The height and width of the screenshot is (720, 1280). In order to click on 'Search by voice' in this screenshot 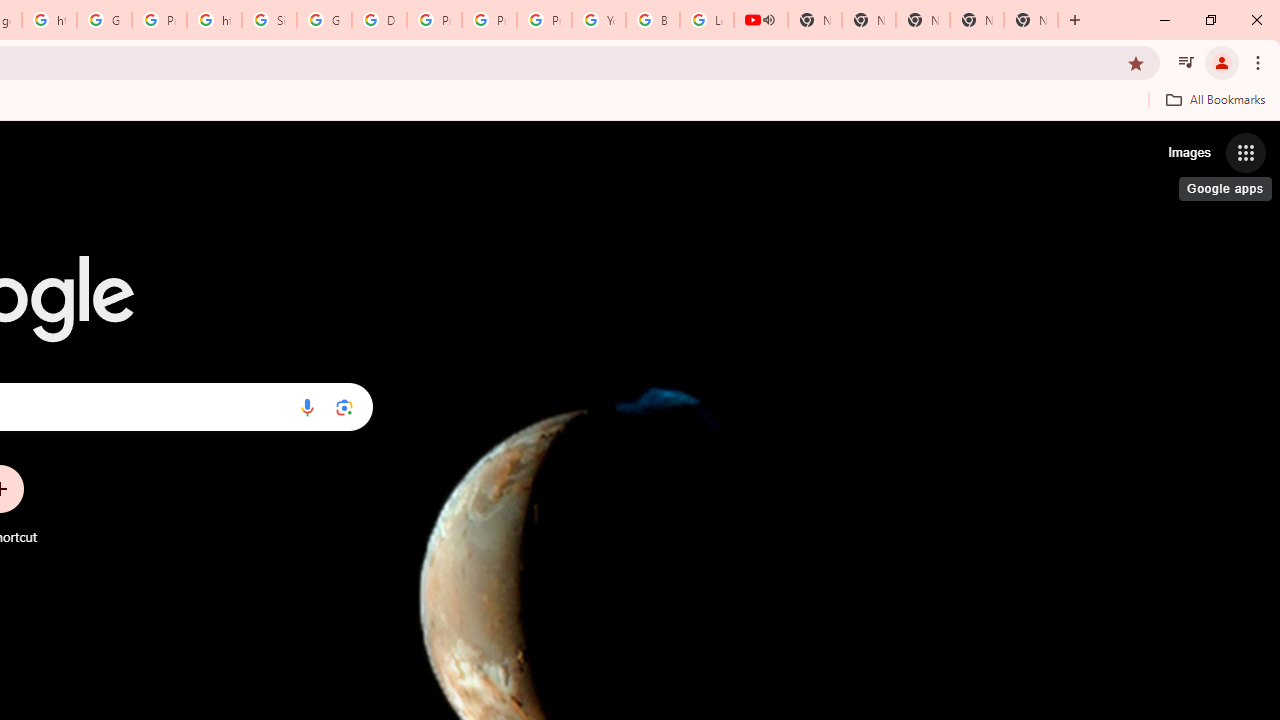, I will do `click(306, 406)`.